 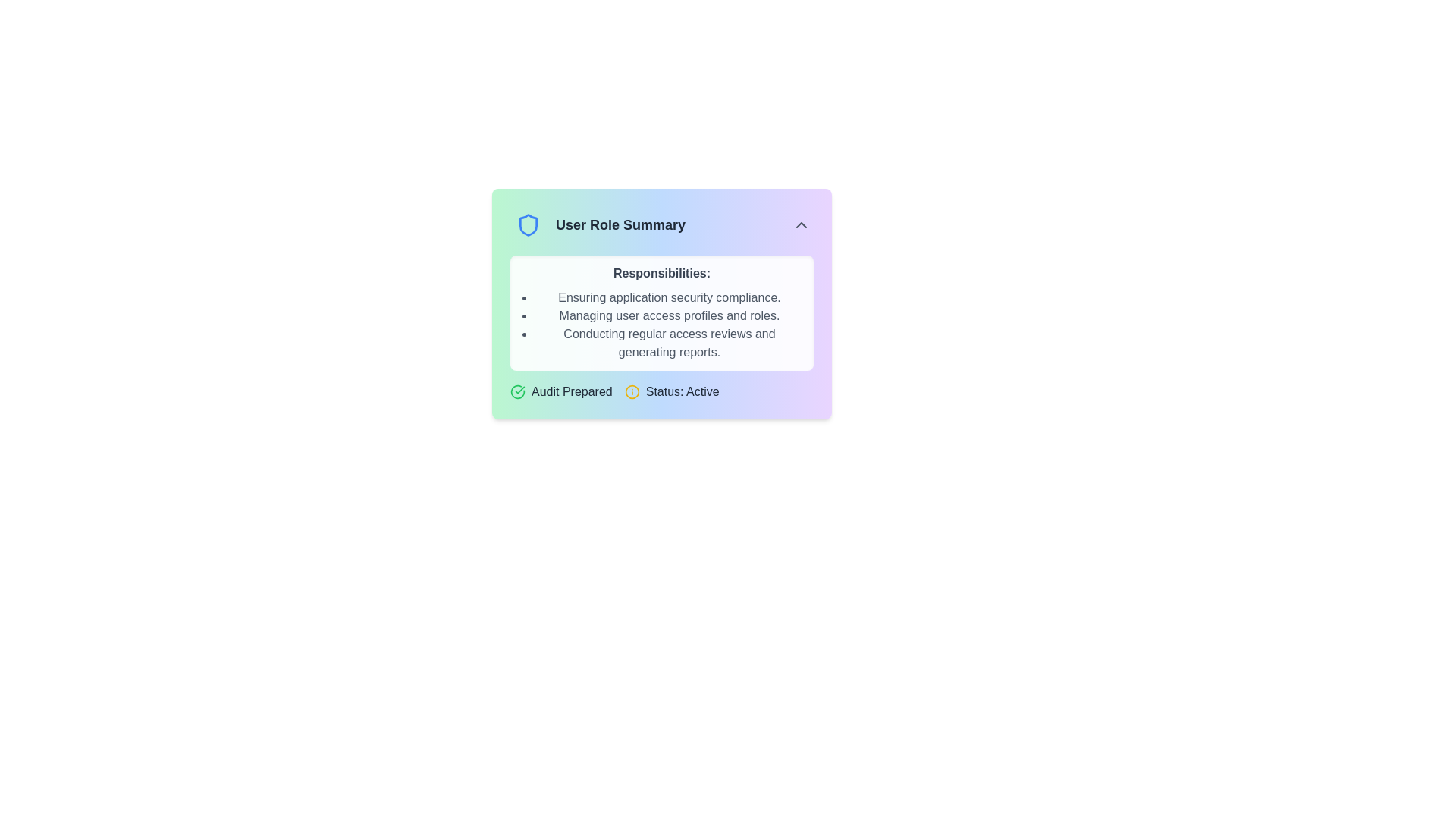 What do you see at coordinates (662, 225) in the screenshot?
I see `title text 'User Role Summary' from the Header section at the top of the card, which contains a blue shield icon and a chevron-up icon on the right` at bounding box center [662, 225].